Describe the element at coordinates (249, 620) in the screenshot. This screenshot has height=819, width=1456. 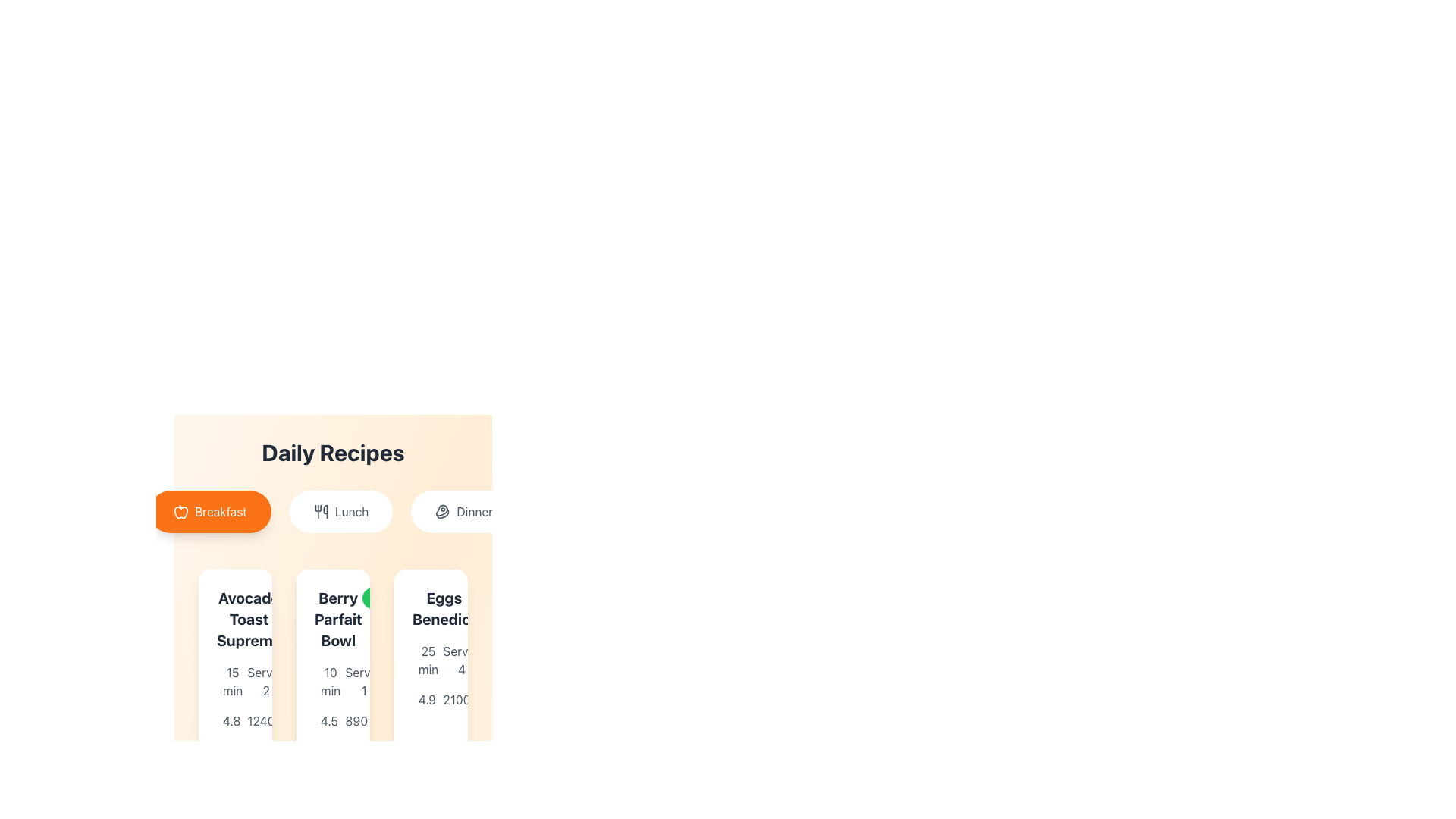
I see `the recipe title text label to check for additional information display` at that location.